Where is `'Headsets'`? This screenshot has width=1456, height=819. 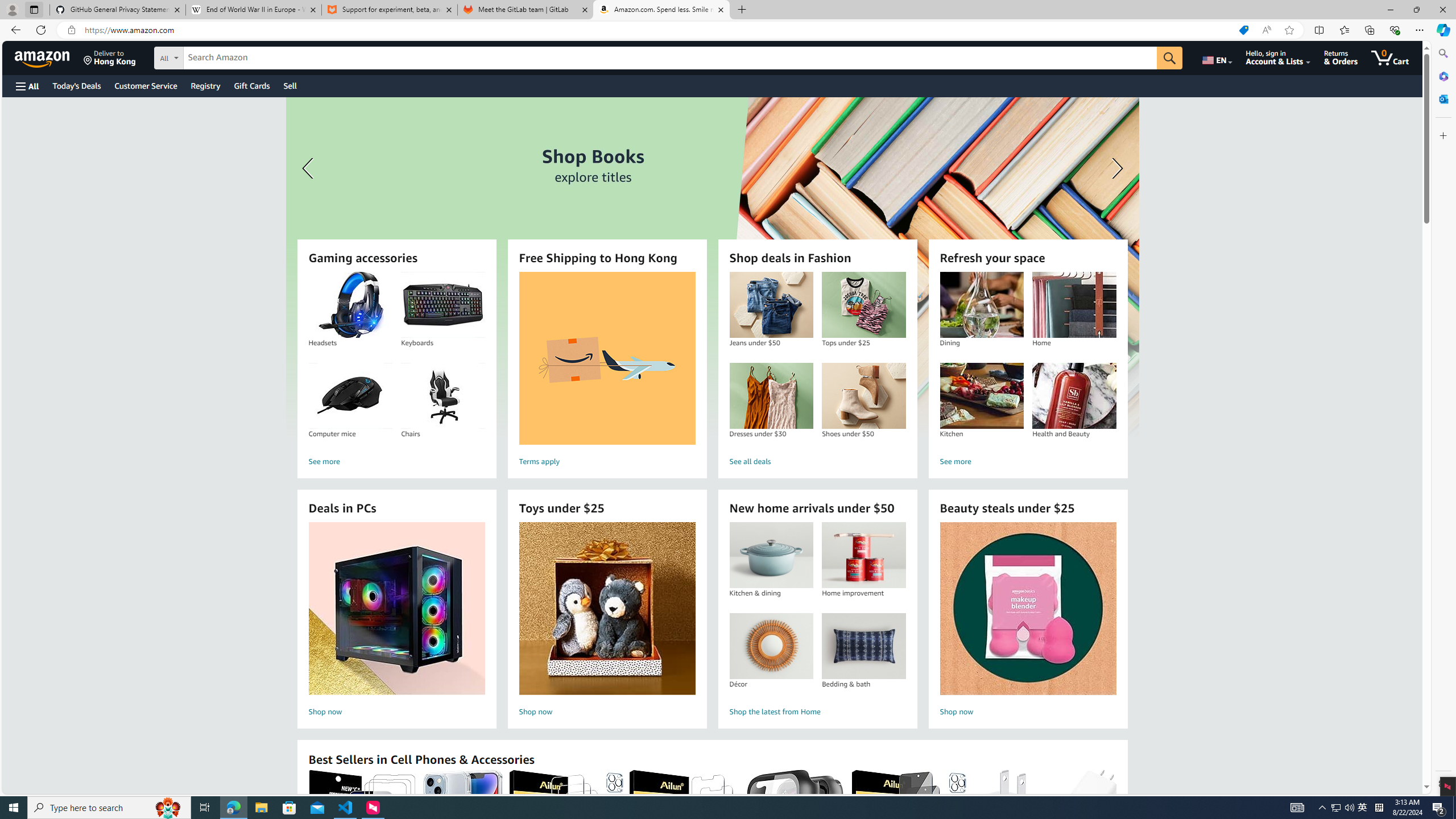
'Headsets' is located at coordinates (350, 305).